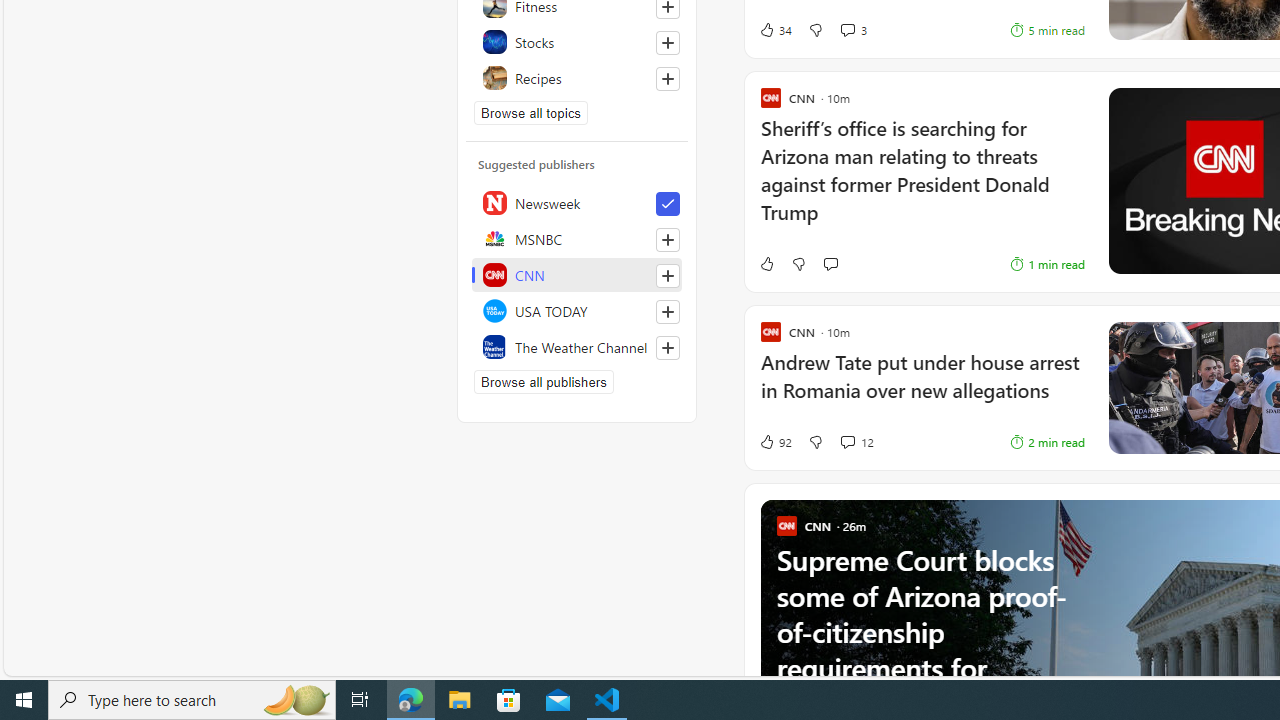  What do you see at coordinates (576, 238) in the screenshot?
I see `'MSNBC'` at bounding box center [576, 238].